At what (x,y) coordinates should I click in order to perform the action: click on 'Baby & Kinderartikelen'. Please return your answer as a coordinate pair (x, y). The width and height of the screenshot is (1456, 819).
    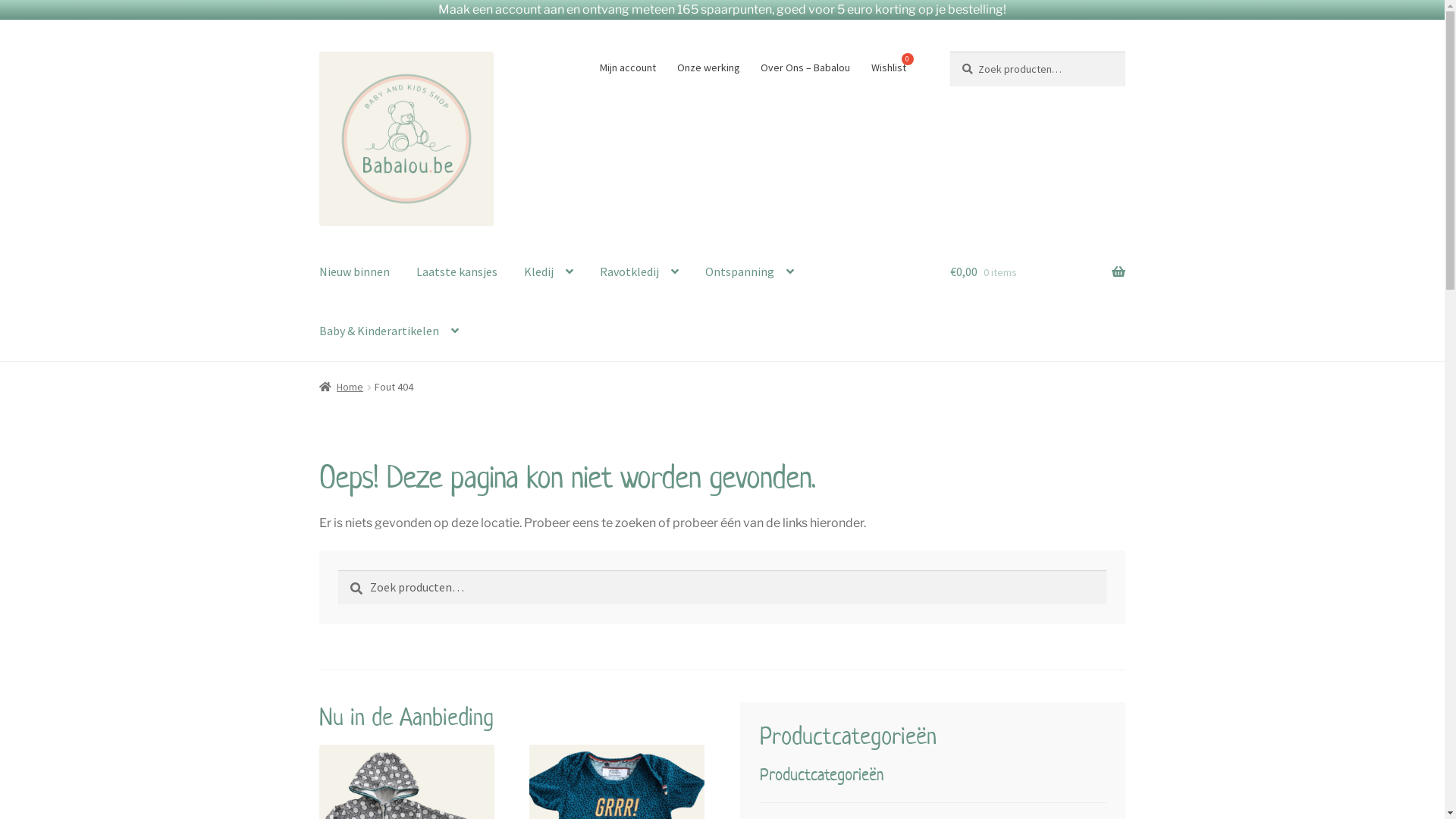
    Looking at the image, I should click on (306, 330).